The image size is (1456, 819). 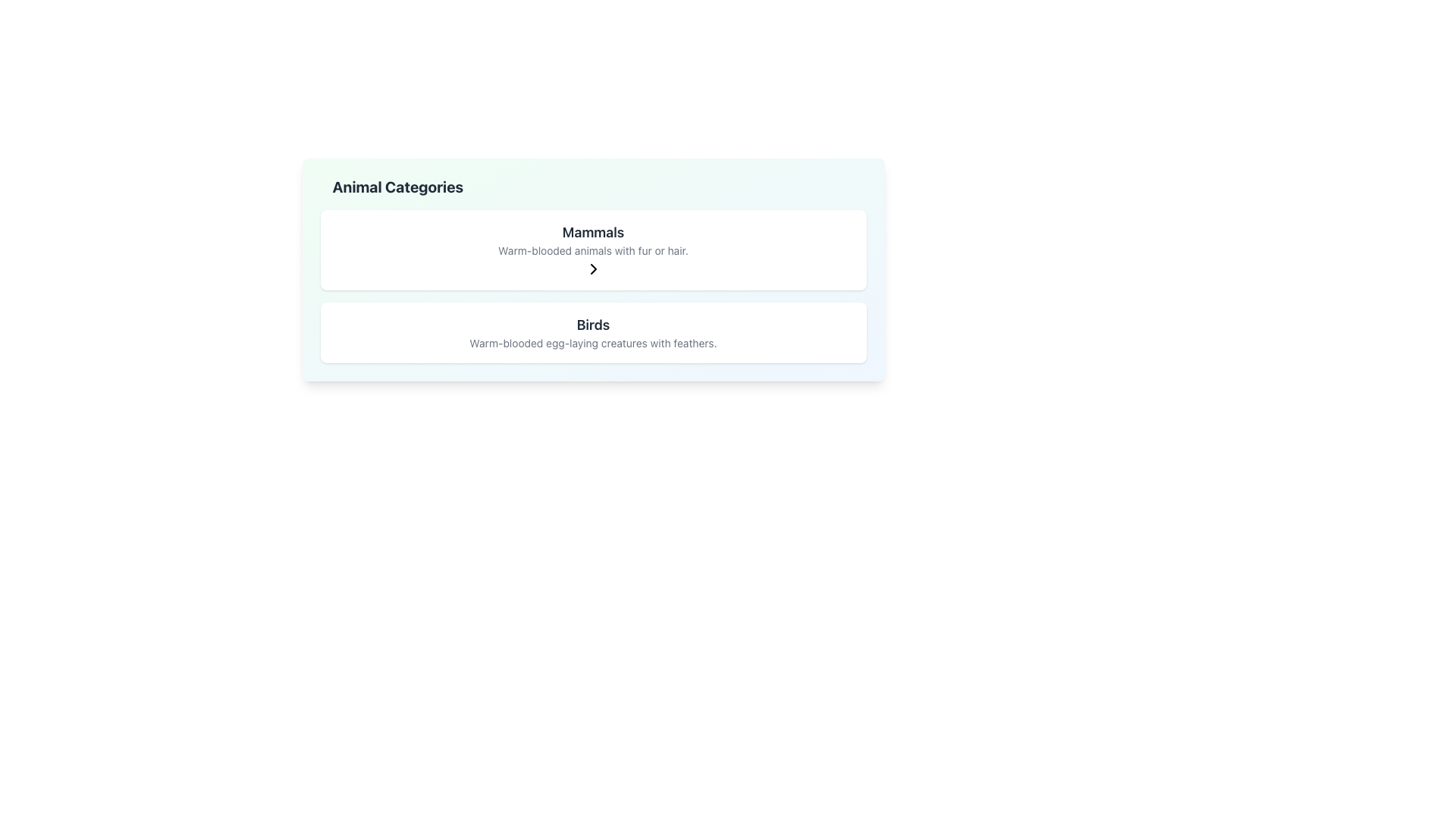 I want to click on the text 'Birds', so click(x=592, y=324).